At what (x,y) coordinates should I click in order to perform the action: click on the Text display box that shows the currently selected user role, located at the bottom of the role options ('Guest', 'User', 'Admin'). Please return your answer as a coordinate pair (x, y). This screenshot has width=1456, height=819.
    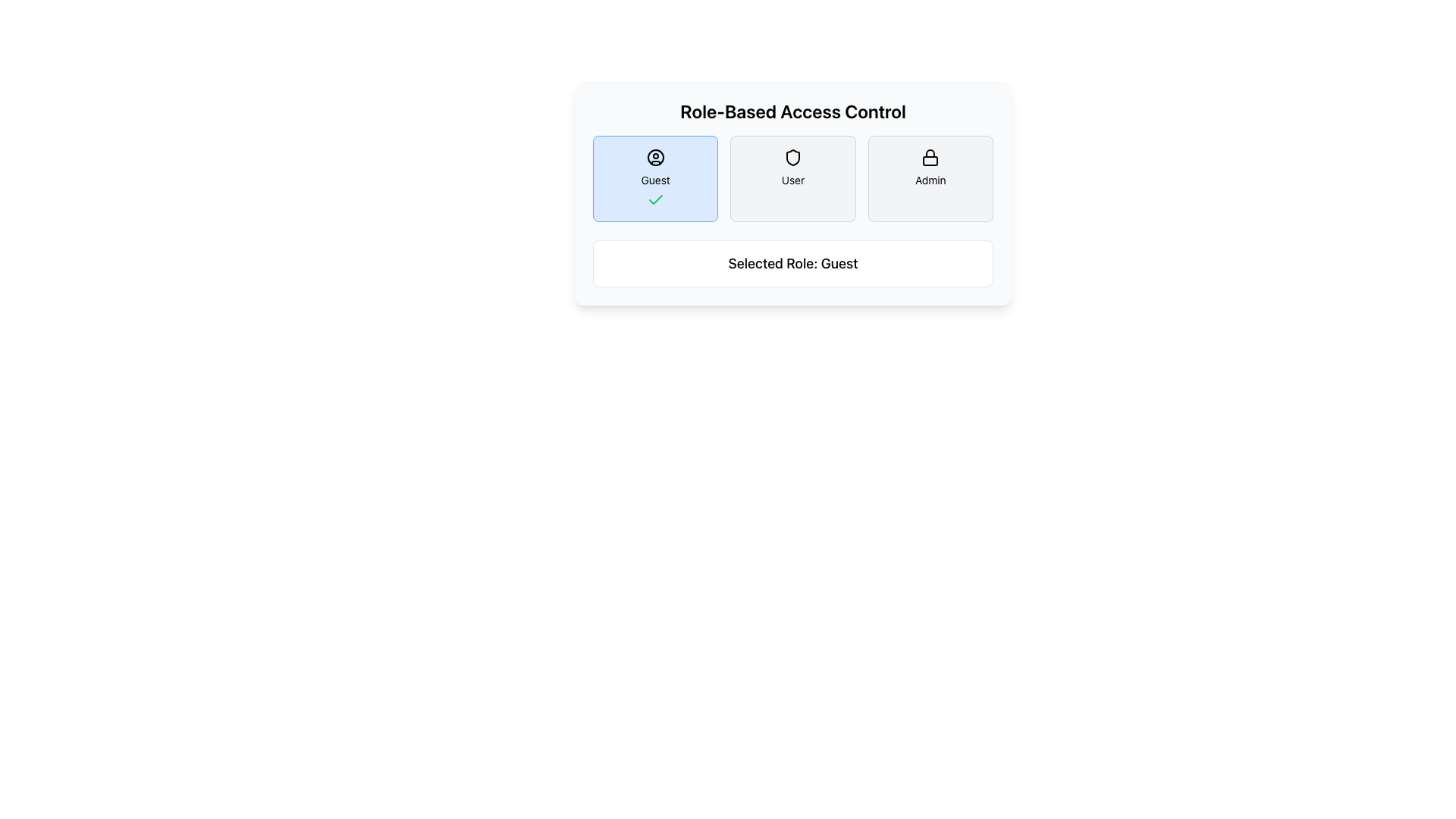
    Looking at the image, I should click on (792, 262).